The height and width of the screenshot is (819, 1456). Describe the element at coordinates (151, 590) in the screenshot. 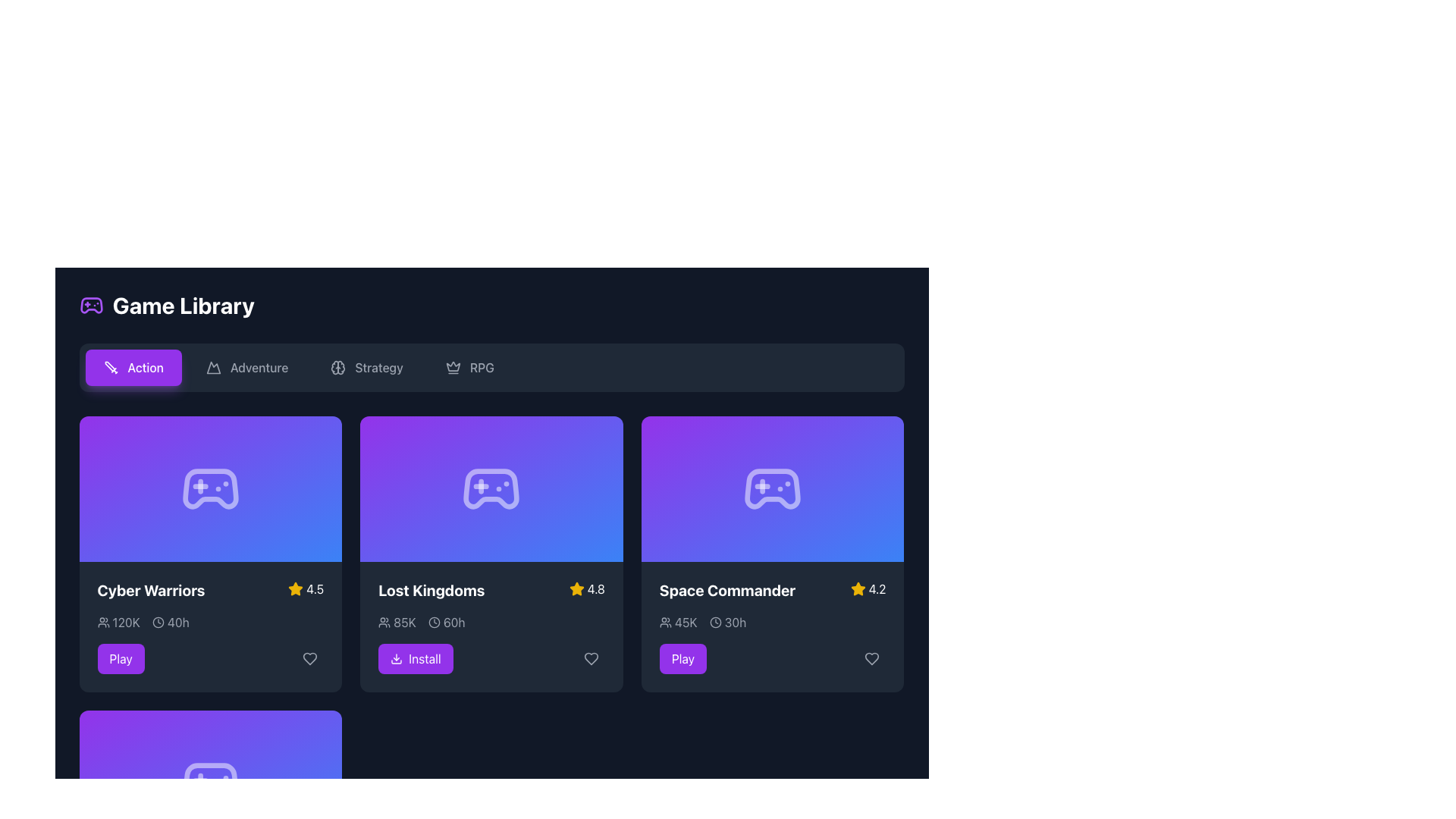

I see `the bold white text element displaying the title 'Cyber Warriors' in the upper-left segment of the game card for navigation or selection` at that location.